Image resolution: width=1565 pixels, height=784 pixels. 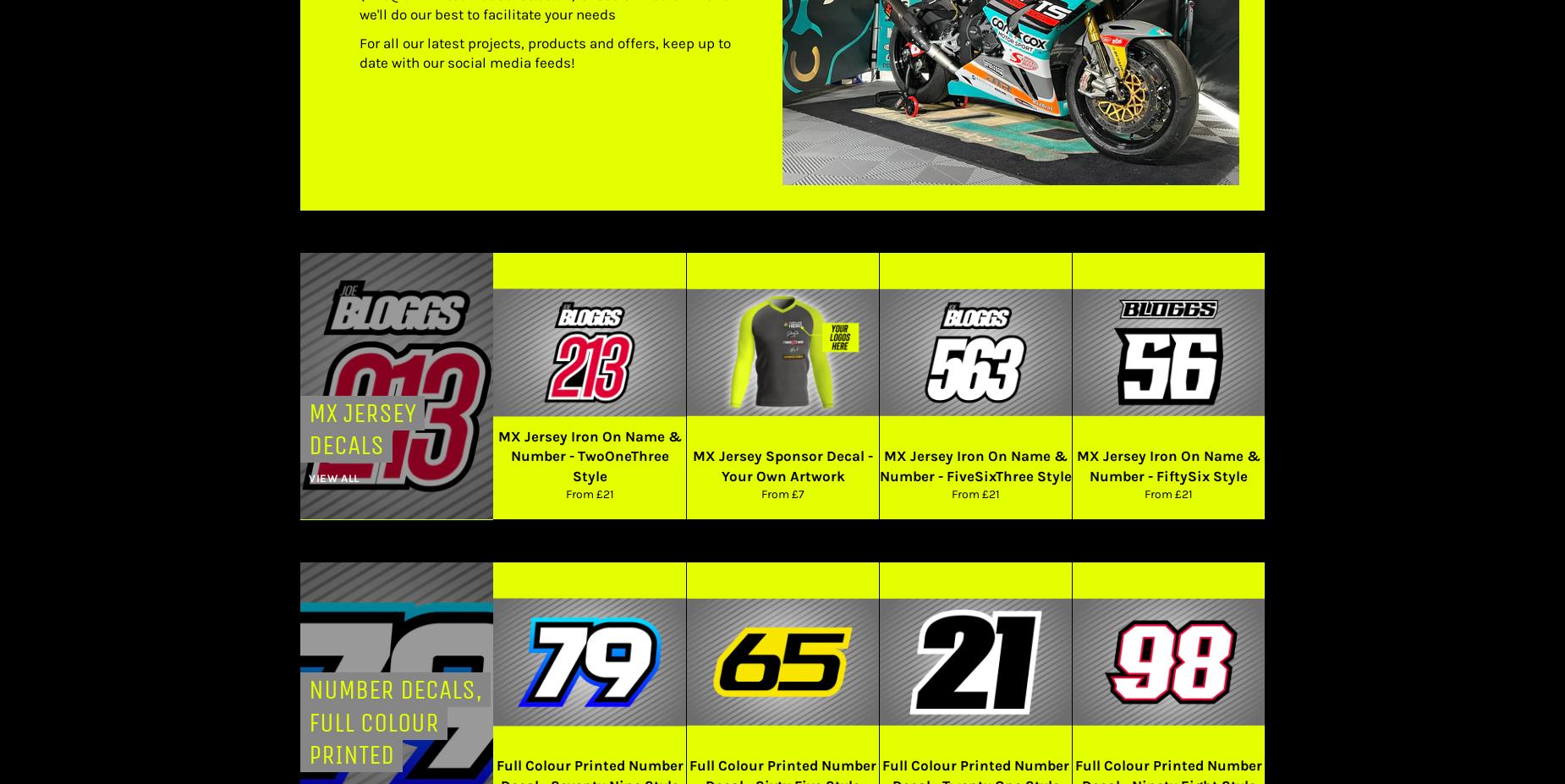 What do you see at coordinates (589, 455) in the screenshot?
I see `'MX Jersey Iron On Name & Number - TwoOneThree Style'` at bounding box center [589, 455].